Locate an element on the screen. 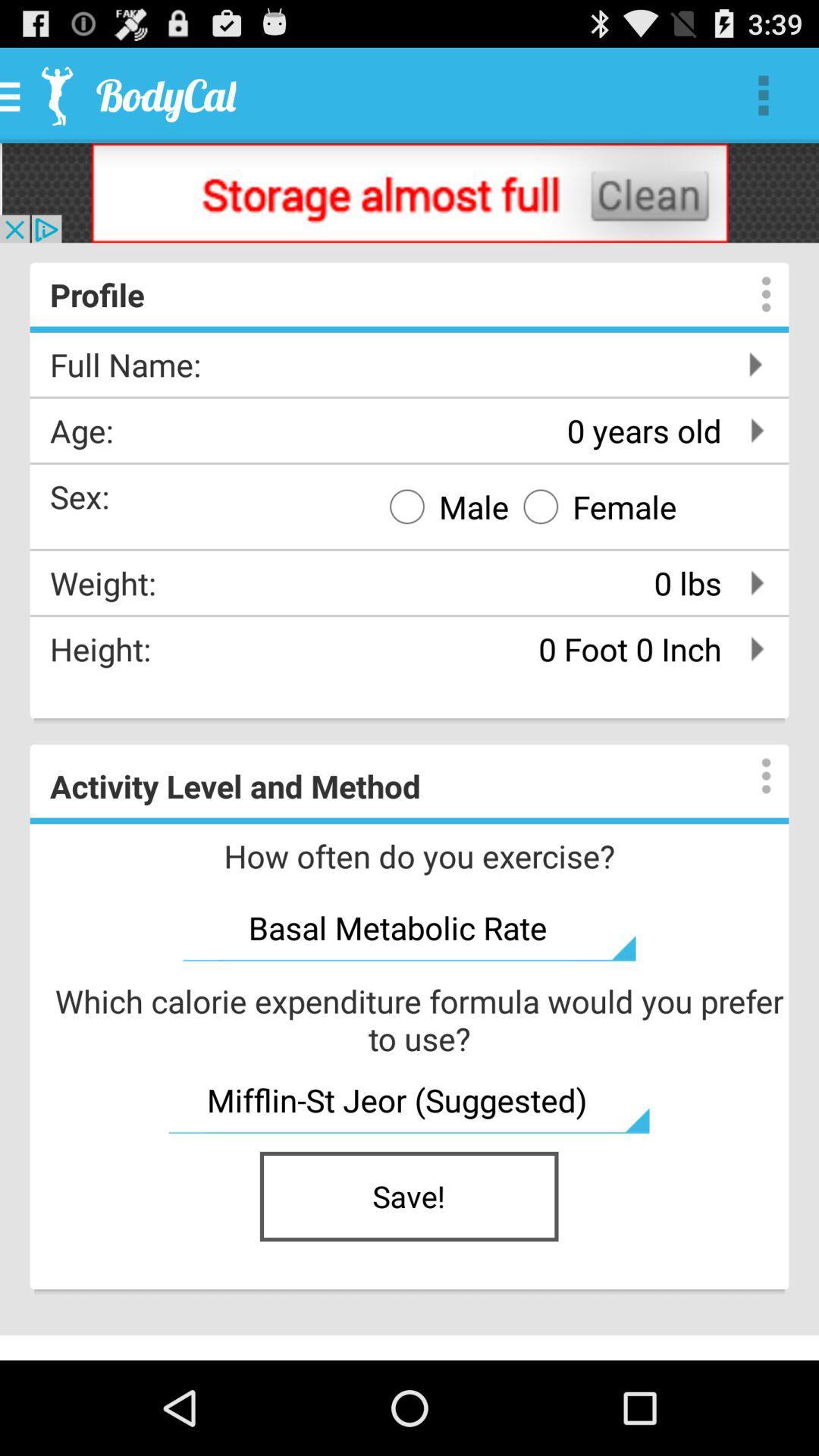 The height and width of the screenshot is (1456, 819). advertisement page is located at coordinates (409, 192).